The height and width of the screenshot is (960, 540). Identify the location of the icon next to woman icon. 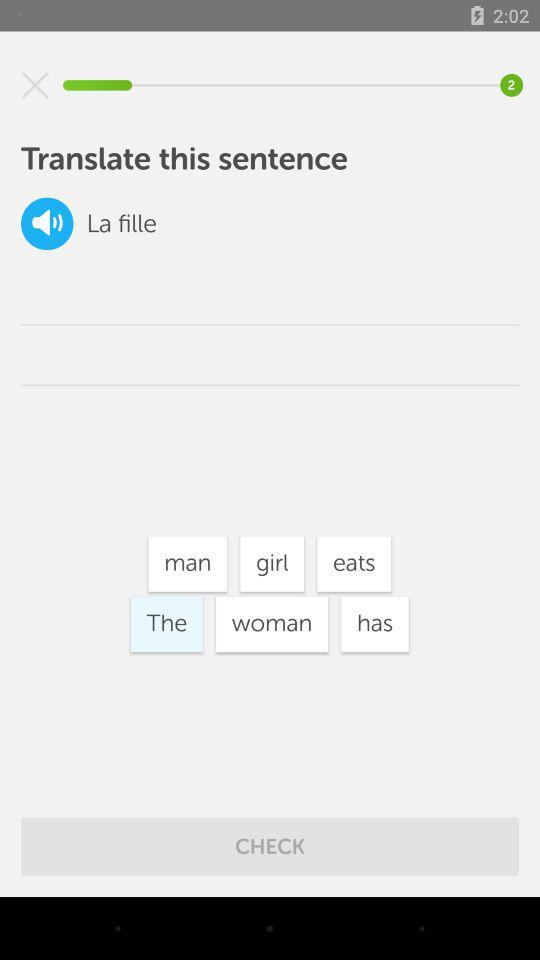
(374, 623).